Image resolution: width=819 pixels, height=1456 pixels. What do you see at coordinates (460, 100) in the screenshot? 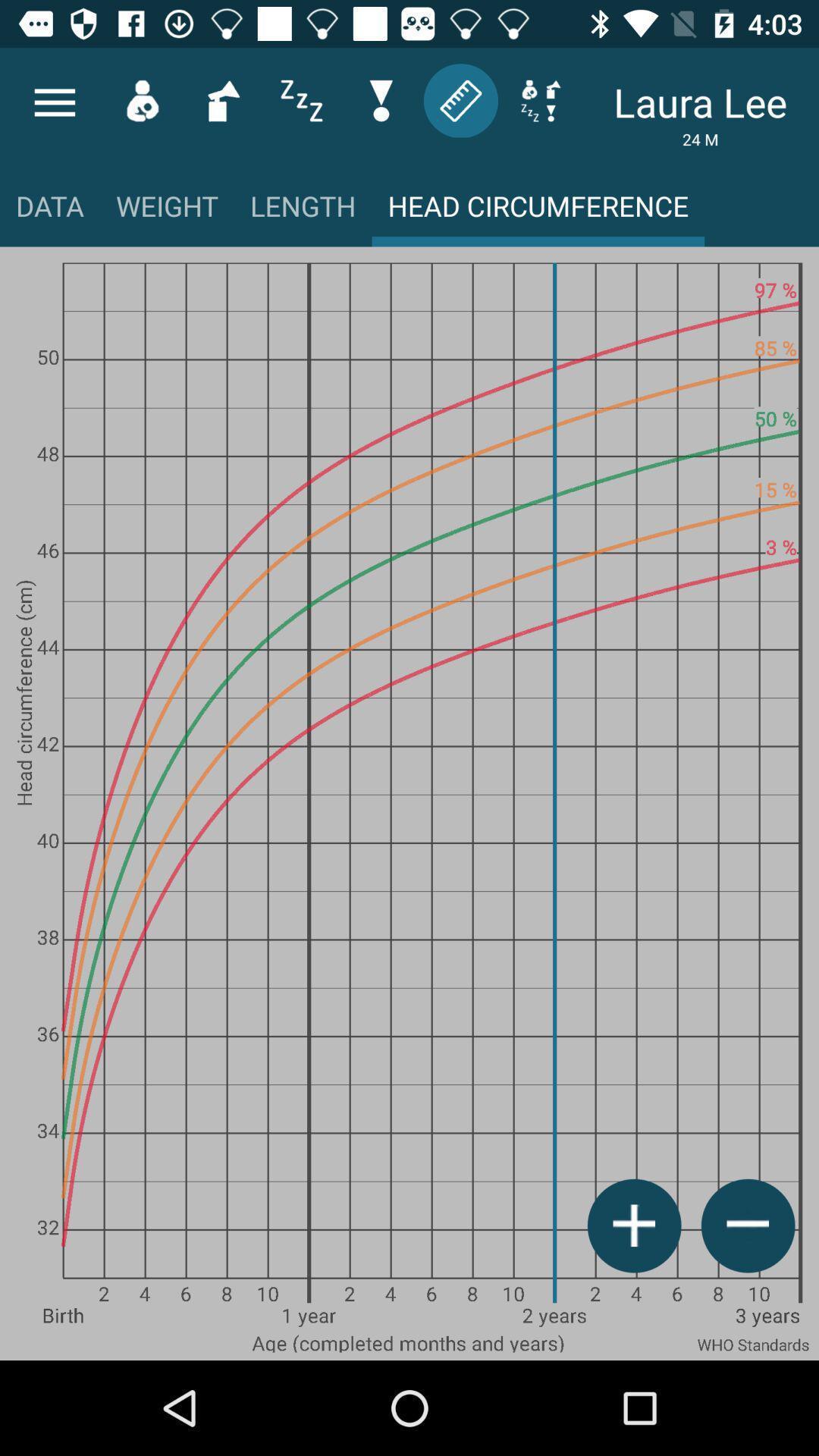
I see `6 th icon form menu button` at bounding box center [460, 100].